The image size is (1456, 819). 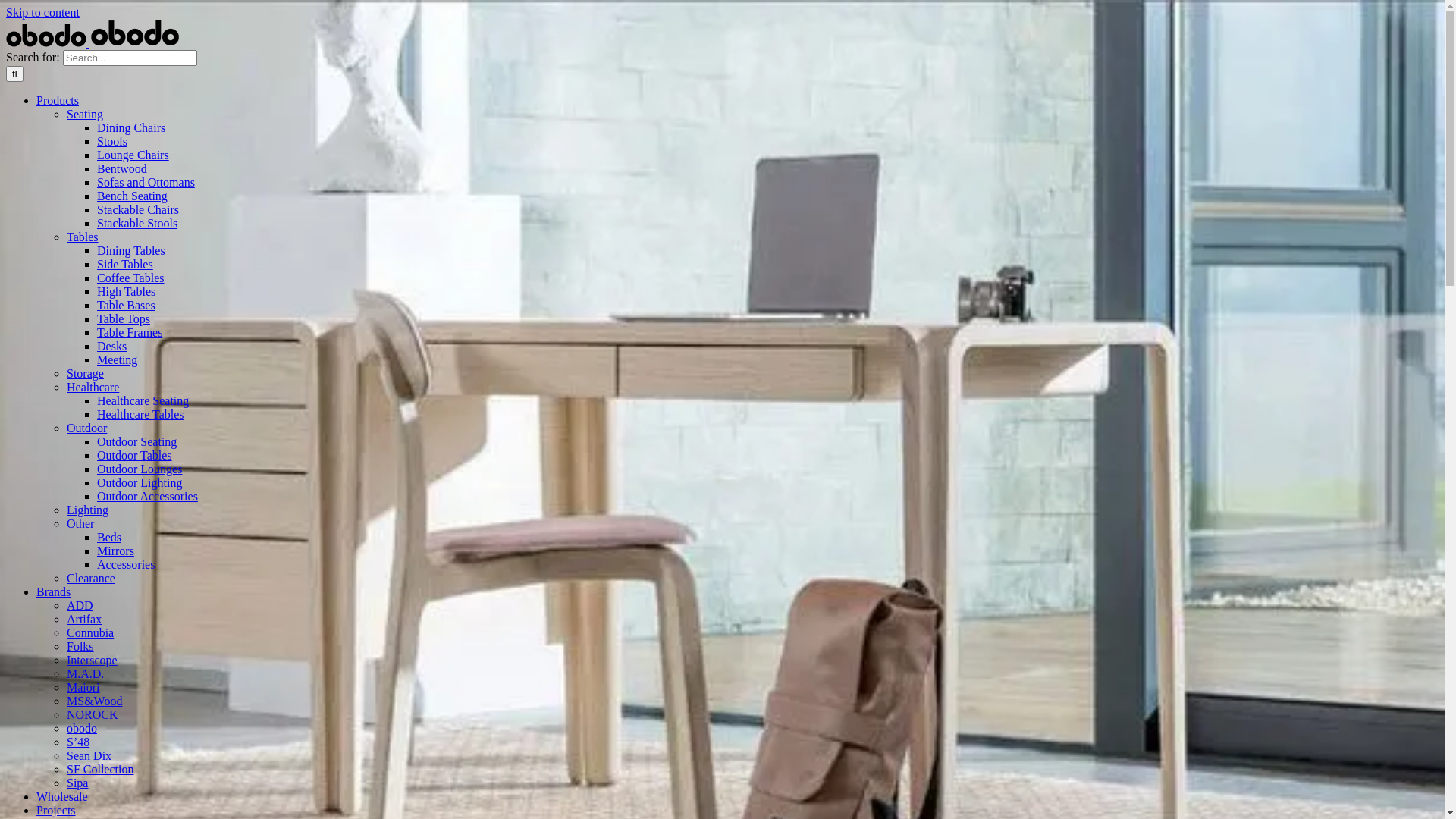 I want to click on 'Outdoor Seating', so click(x=136, y=441).